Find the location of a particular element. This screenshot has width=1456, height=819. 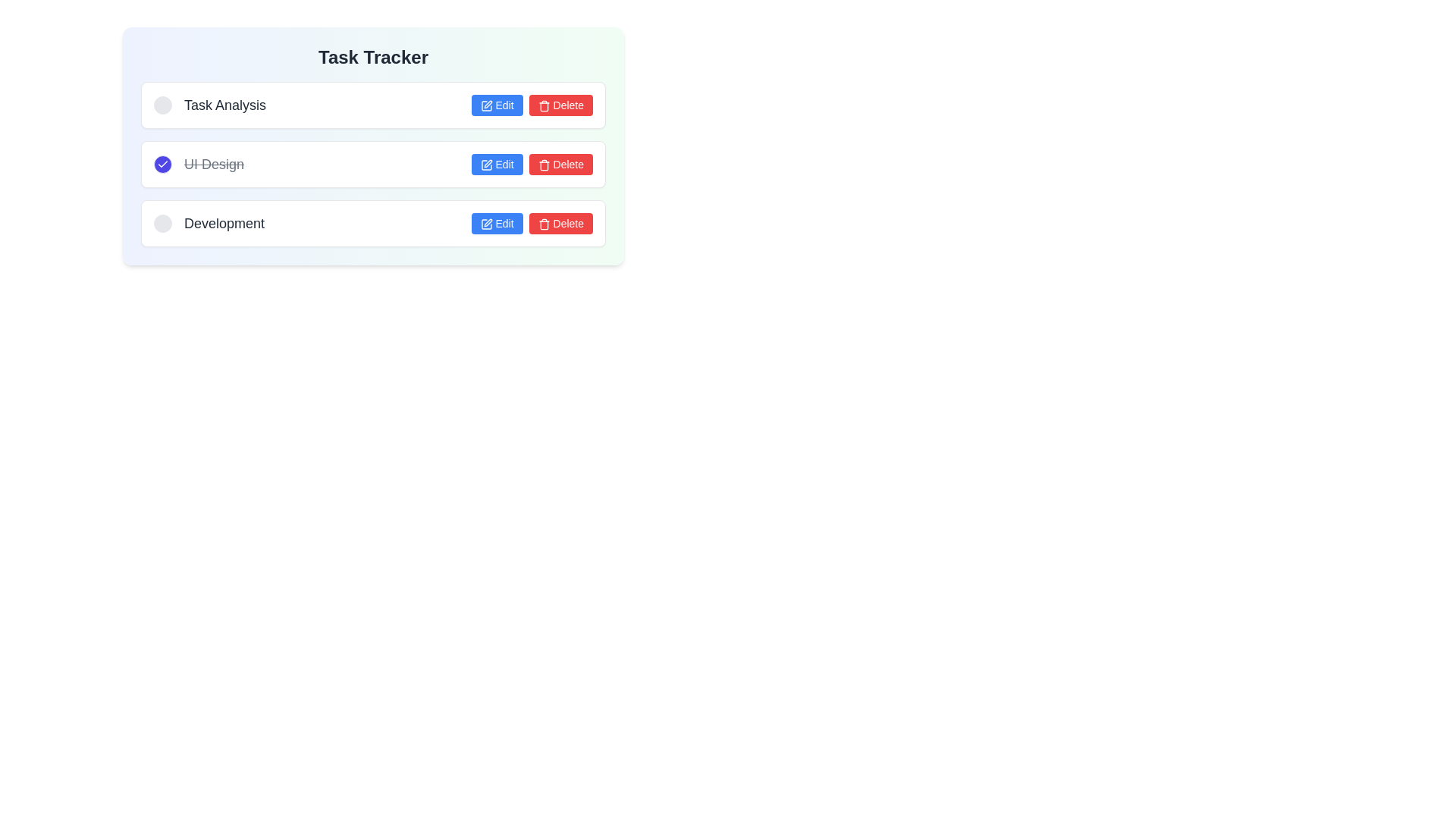

the trash icon within the red 'Delete' button is located at coordinates (544, 105).